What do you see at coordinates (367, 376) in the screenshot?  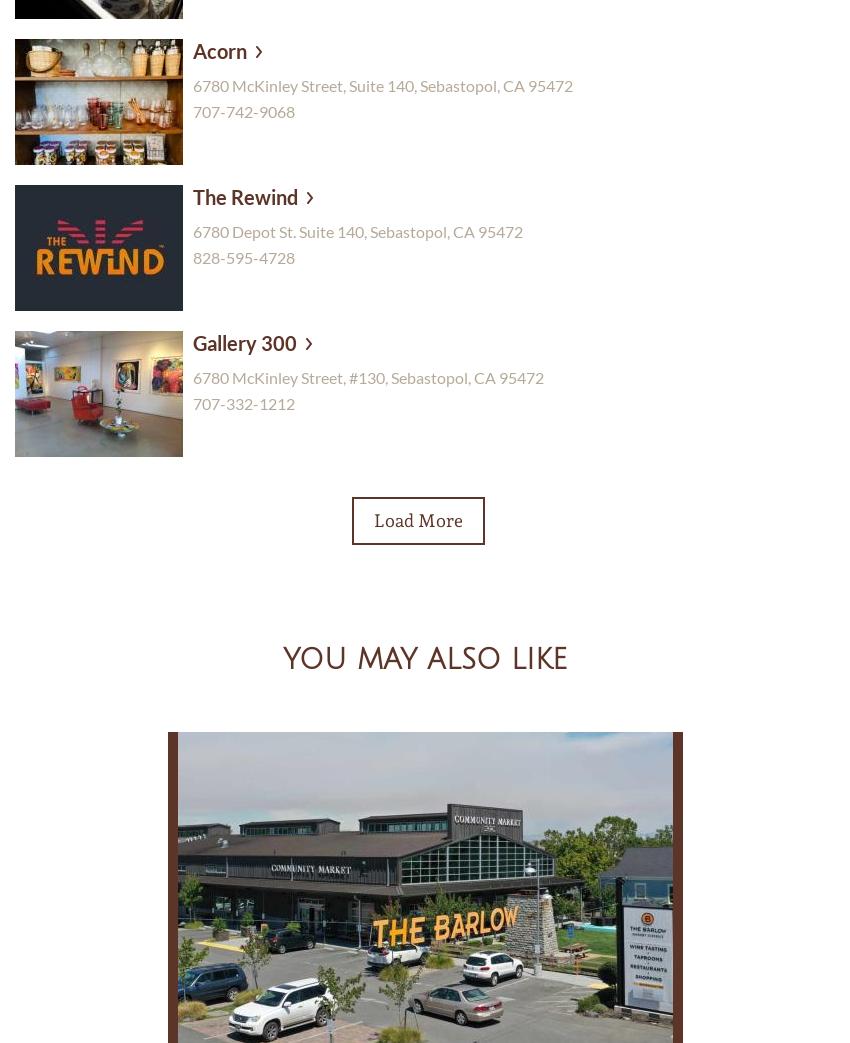 I see `'6780 McKinley Street, #130, Sebastopol, CA 95472'` at bounding box center [367, 376].